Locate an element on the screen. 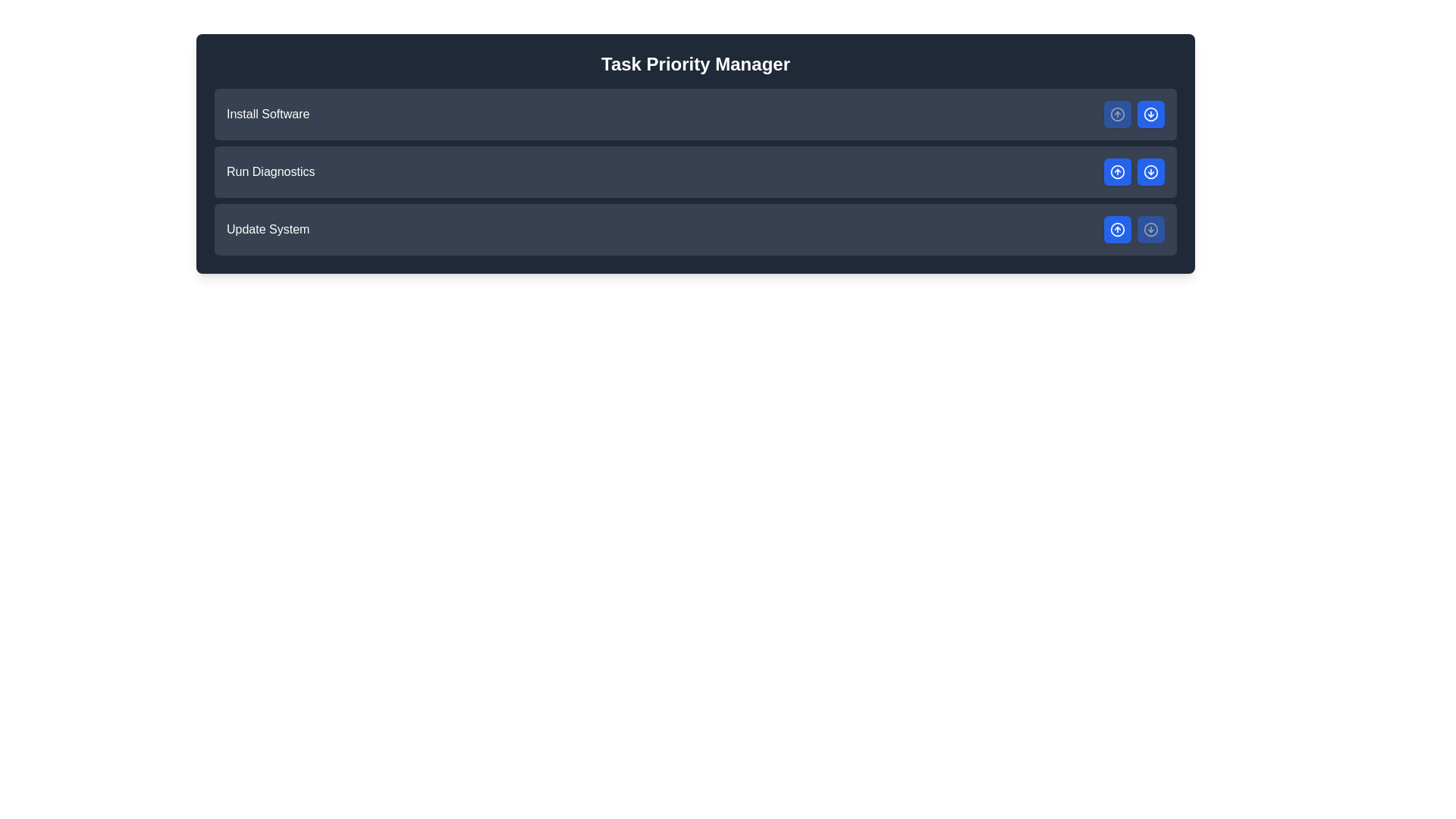 Image resolution: width=1456 pixels, height=819 pixels. the button located in the middle of a horizontal row, positioned second among similar buttons is located at coordinates (1117, 171).